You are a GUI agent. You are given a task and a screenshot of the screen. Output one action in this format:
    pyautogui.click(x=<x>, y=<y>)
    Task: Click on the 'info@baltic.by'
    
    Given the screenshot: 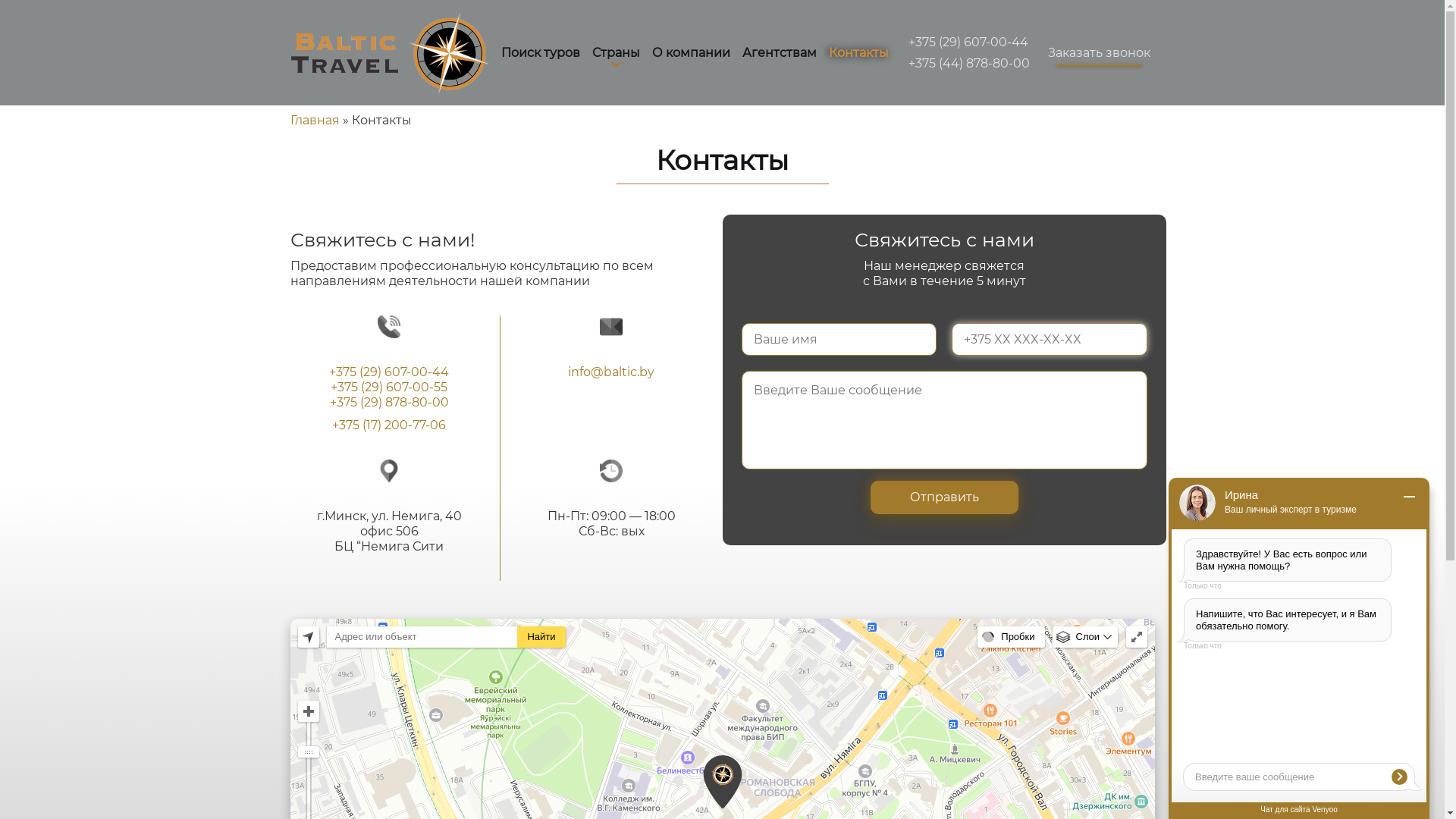 What is the action you would take?
    pyautogui.click(x=611, y=371)
    